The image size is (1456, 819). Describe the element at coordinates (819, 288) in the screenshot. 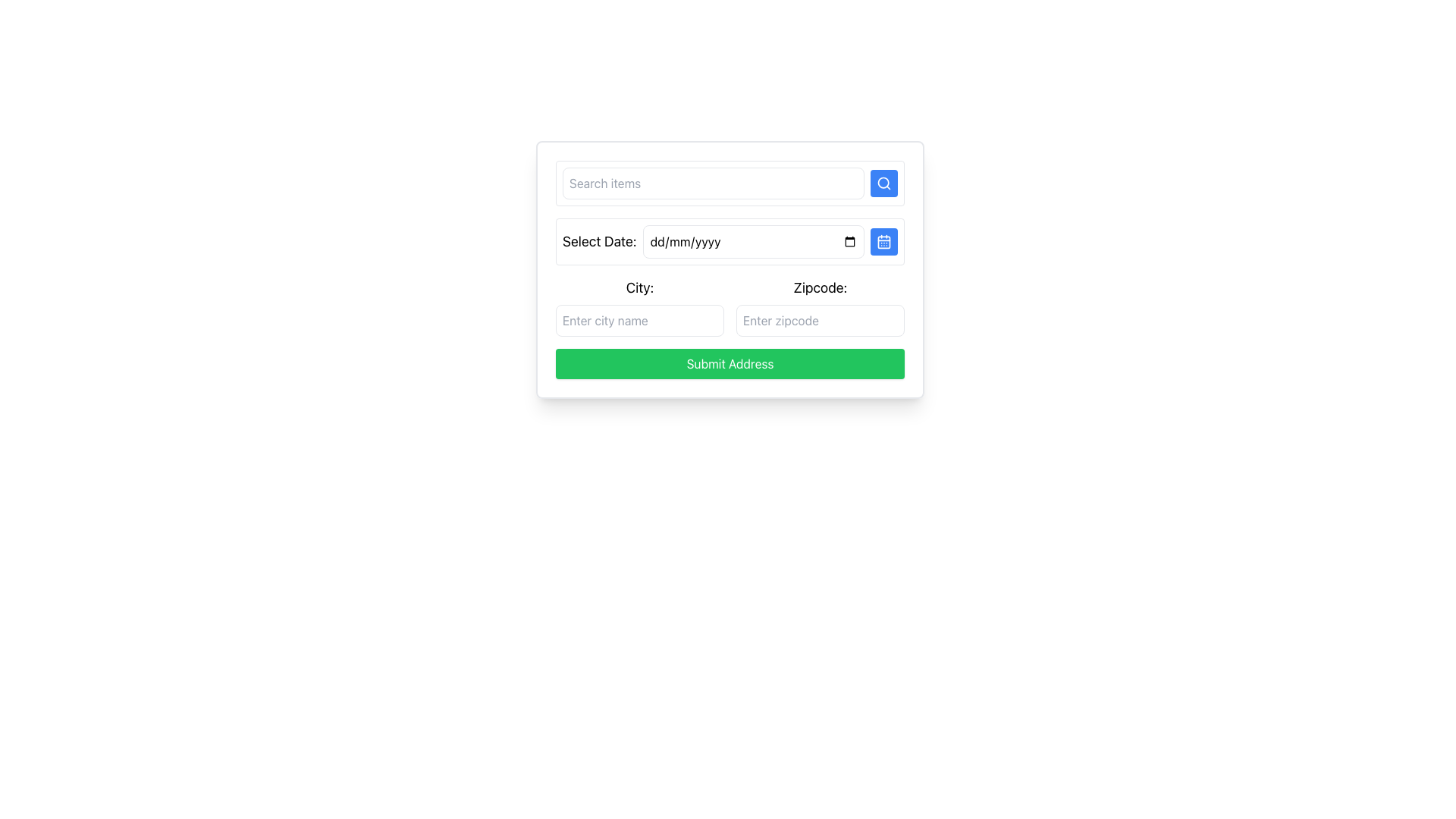

I see `the label indicating the input field for entering a ZIP code, located in the lower-right portion of the form, positioned above the 'Enter zipcode' input field` at that location.